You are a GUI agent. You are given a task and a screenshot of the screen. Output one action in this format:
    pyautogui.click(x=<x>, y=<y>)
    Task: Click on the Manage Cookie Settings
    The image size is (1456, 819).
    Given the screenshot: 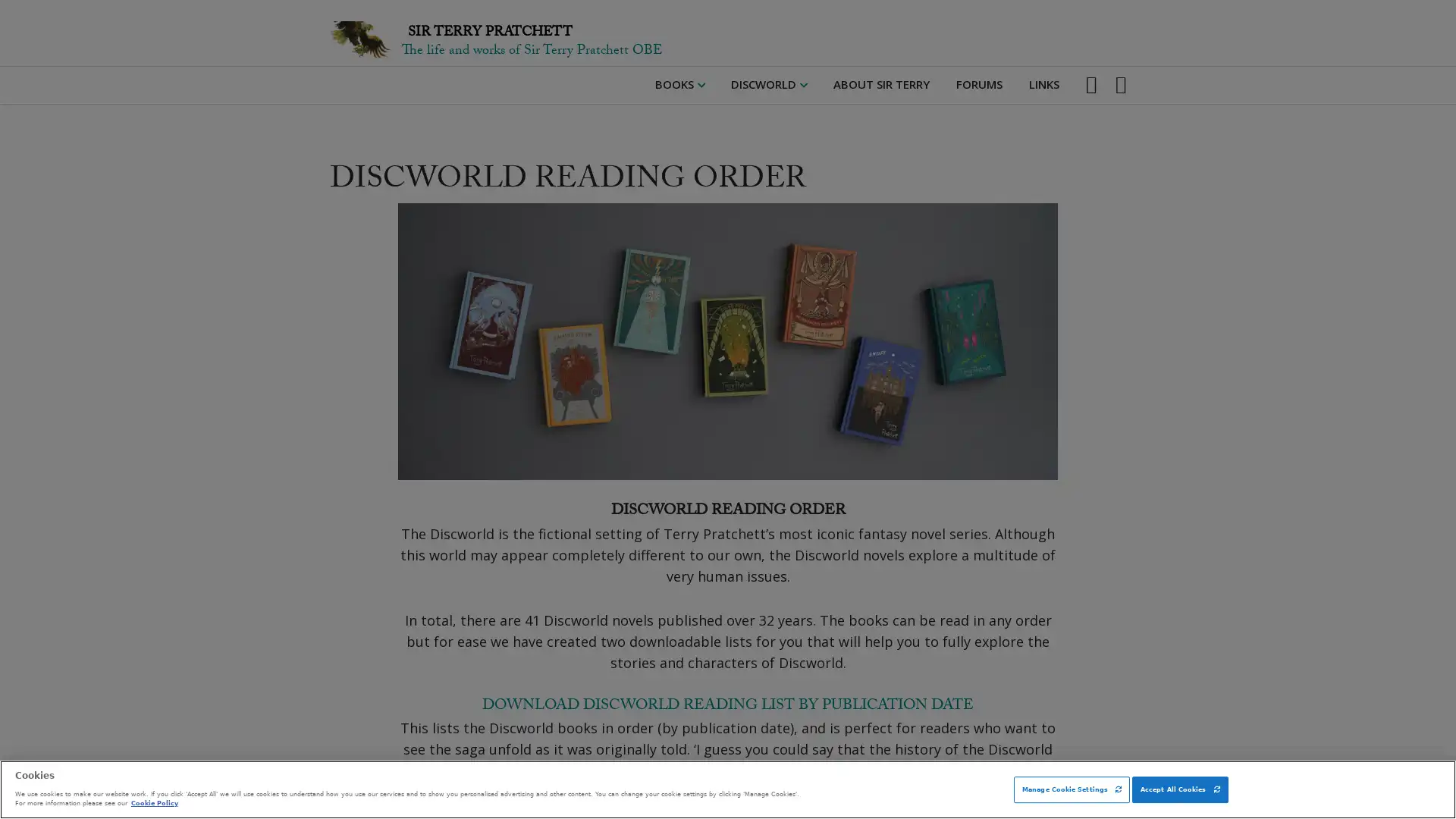 What is the action you would take?
    pyautogui.click(x=1071, y=789)
    